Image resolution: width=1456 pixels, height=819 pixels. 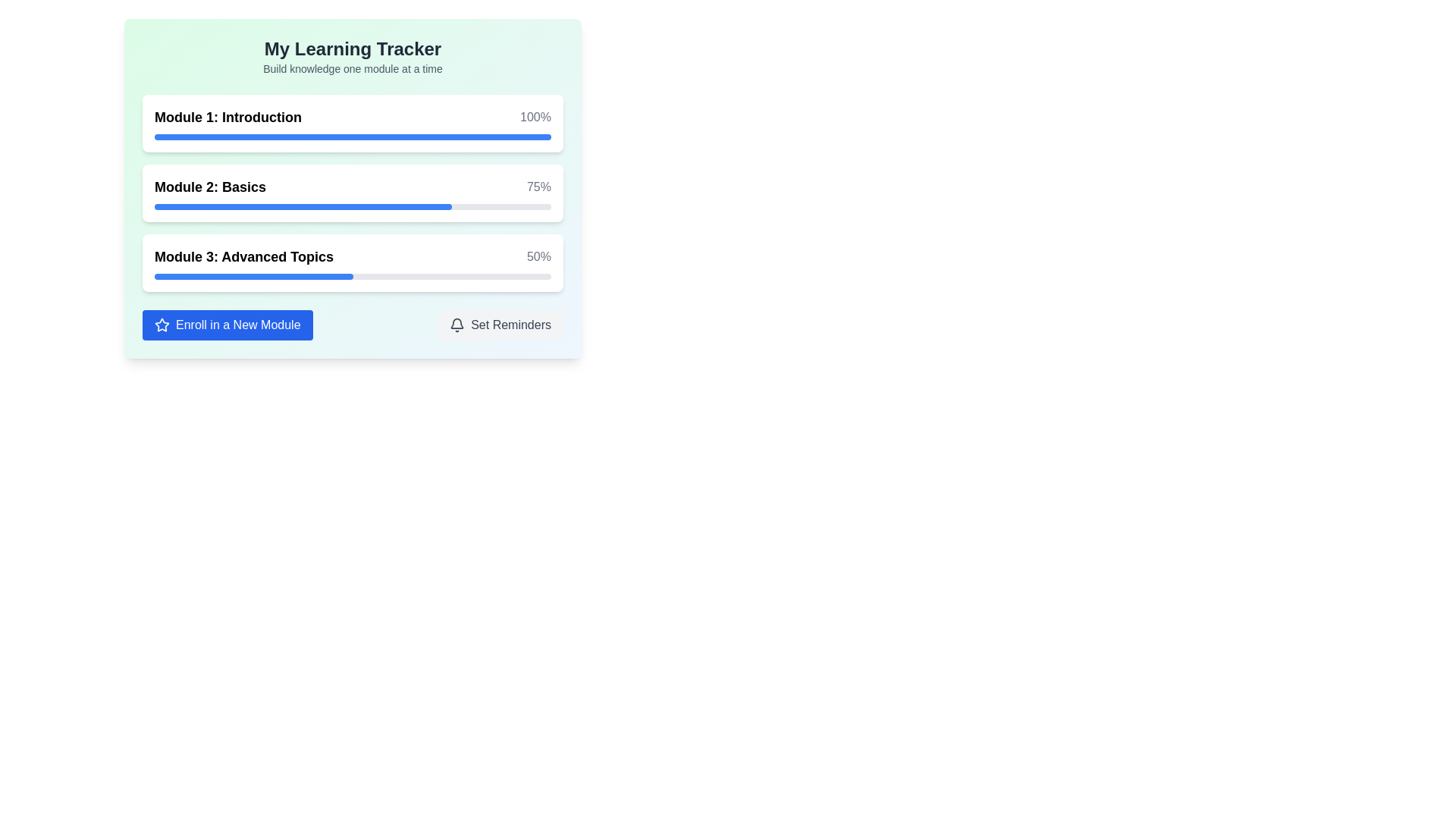 What do you see at coordinates (162, 324) in the screenshot?
I see `the blue star-shaped icon with a white outline located inside the 'Enroll in a New Module' button on the lower left corner of the interface` at bounding box center [162, 324].